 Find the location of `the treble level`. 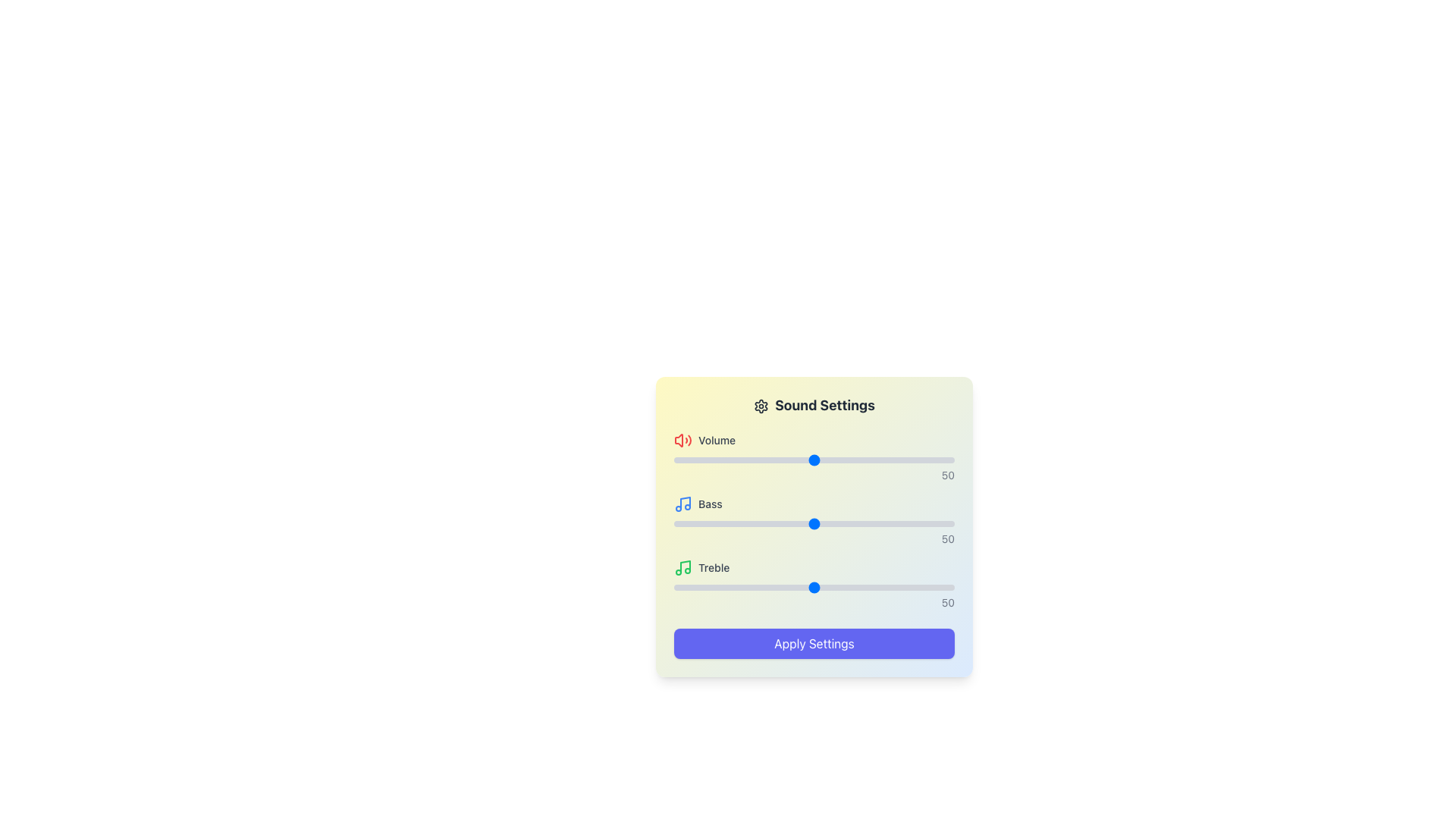

the treble level is located at coordinates (870, 587).